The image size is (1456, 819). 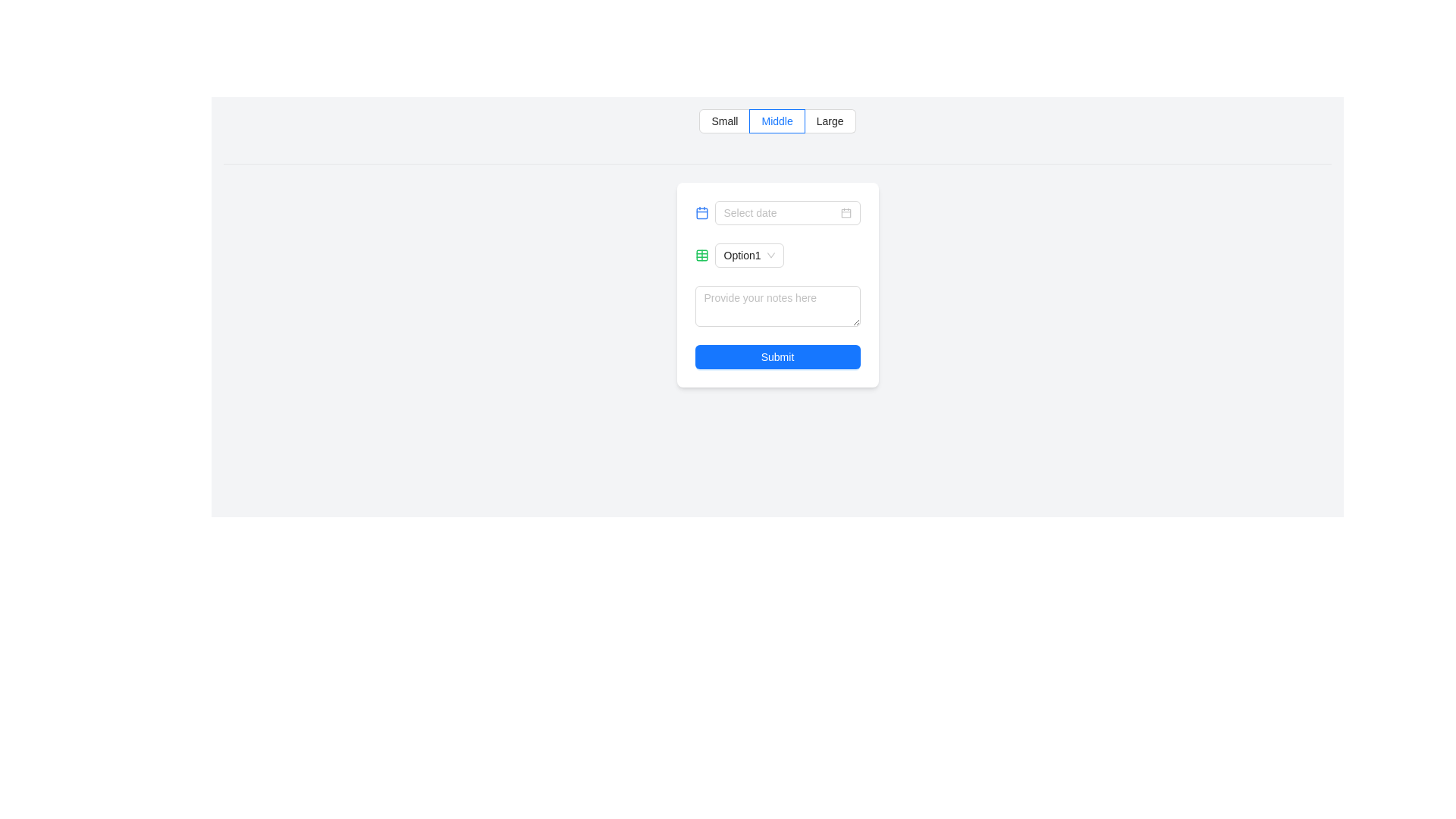 What do you see at coordinates (723, 120) in the screenshot?
I see `label text for the 'Small' radio button option, which is the leftmost label in the group of three radio buttons` at bounding box center [723, 120].